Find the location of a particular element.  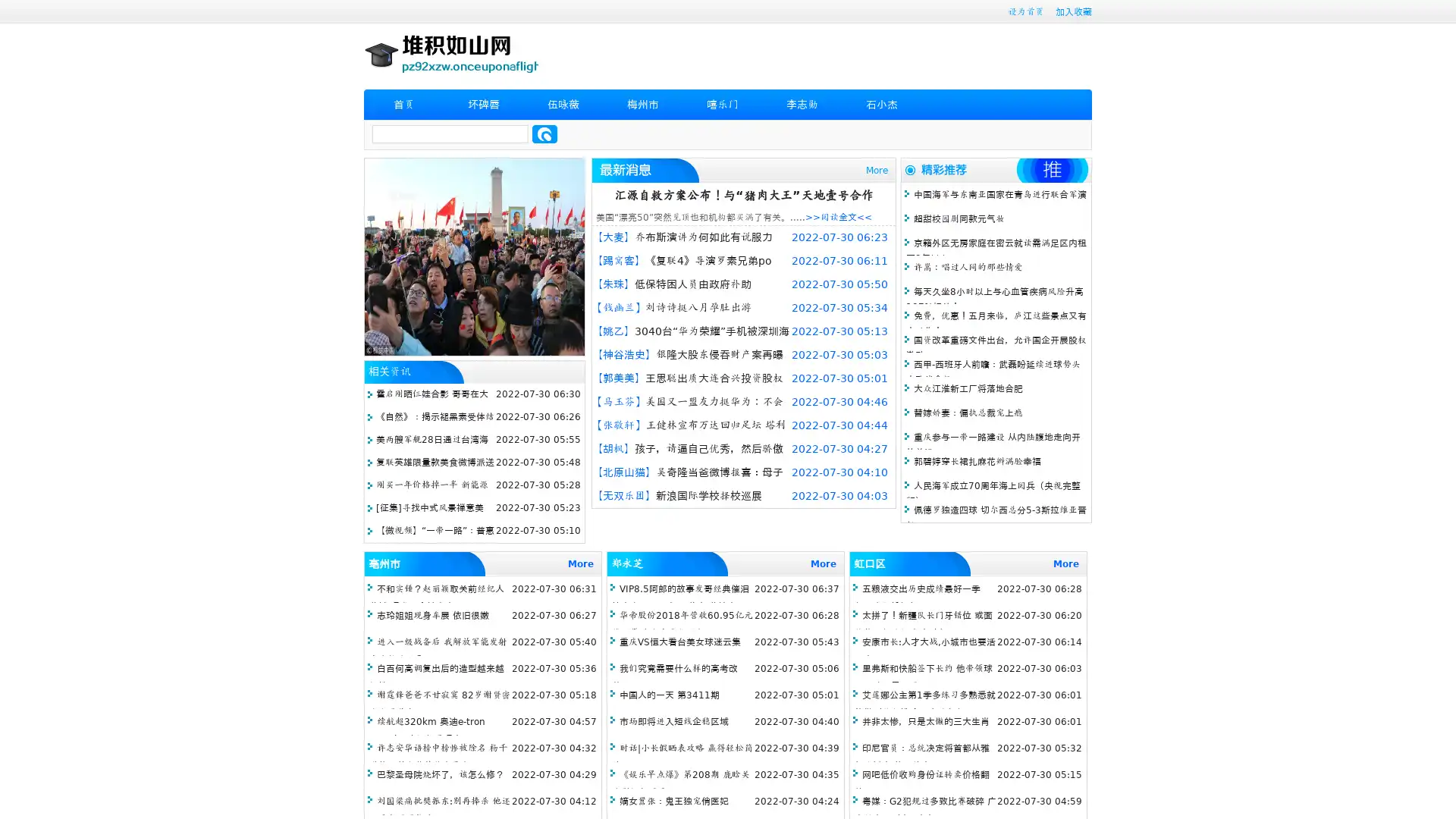

Search is located at coordinates (544, 133).